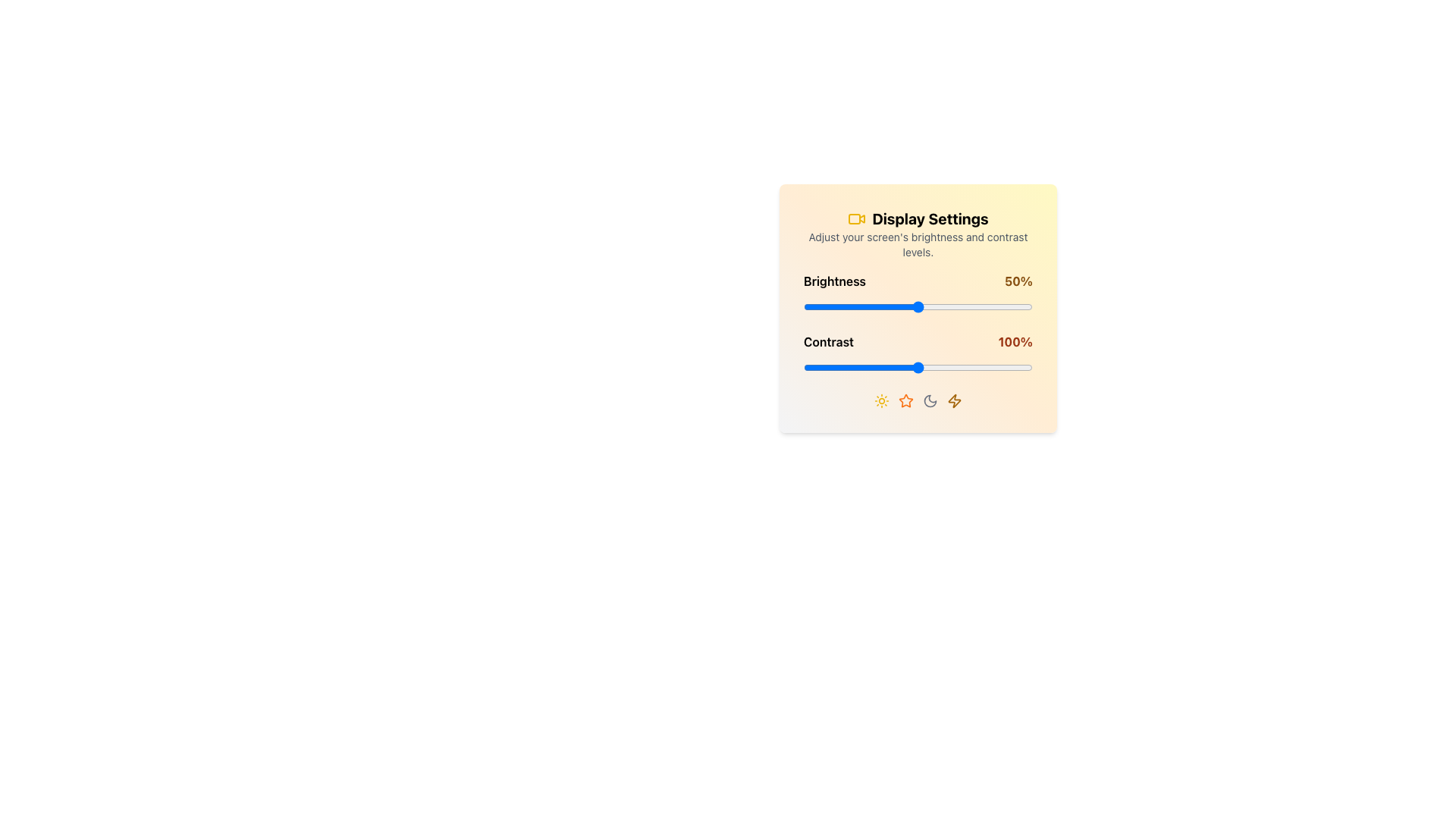 This screenshot has width=1456, height=819. What do you see at coordinates (917, 308) in the screenshot?
I see `the icons in the display settings menu panel` at bounding box center [917, 308].